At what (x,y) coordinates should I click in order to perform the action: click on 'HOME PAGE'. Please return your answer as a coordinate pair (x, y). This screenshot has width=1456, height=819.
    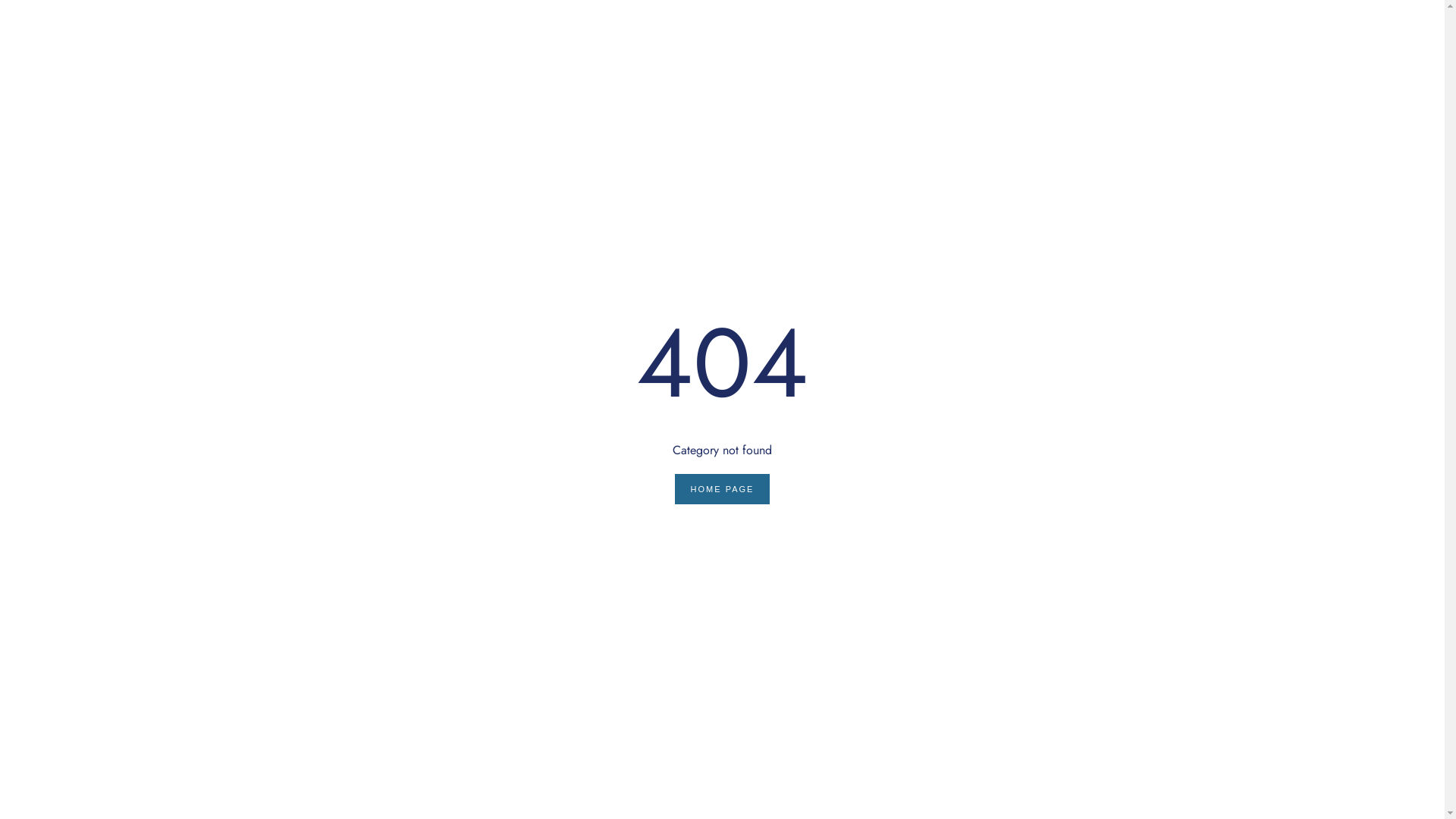
    Looking at the image, I should click on (673, 488).